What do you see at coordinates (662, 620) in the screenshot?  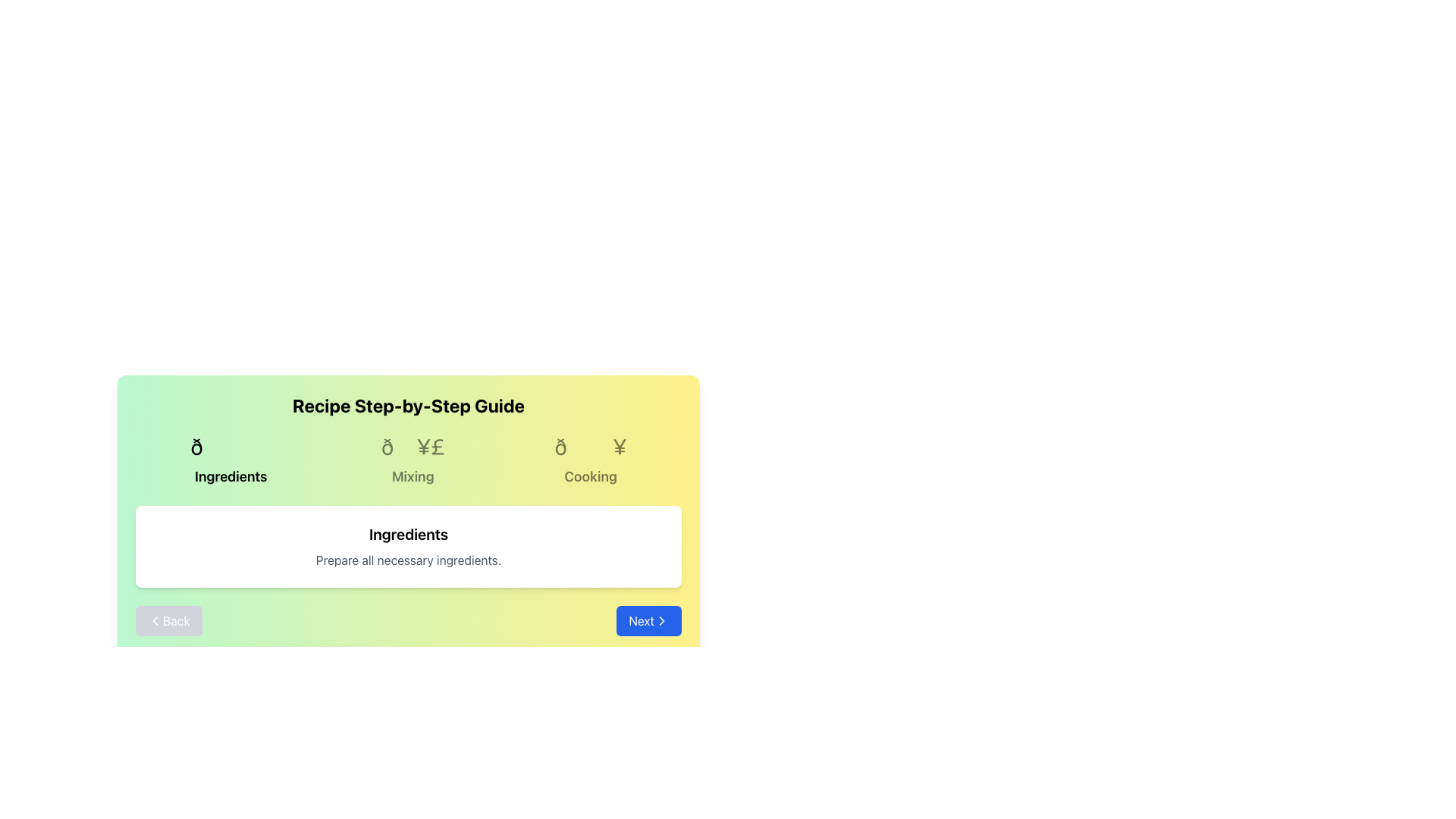 I see `the forward navigation icon within the 'Next' button located at the bottom-right of the interface to trigger a tooltip or visual response` at bounding box center [662, 620].